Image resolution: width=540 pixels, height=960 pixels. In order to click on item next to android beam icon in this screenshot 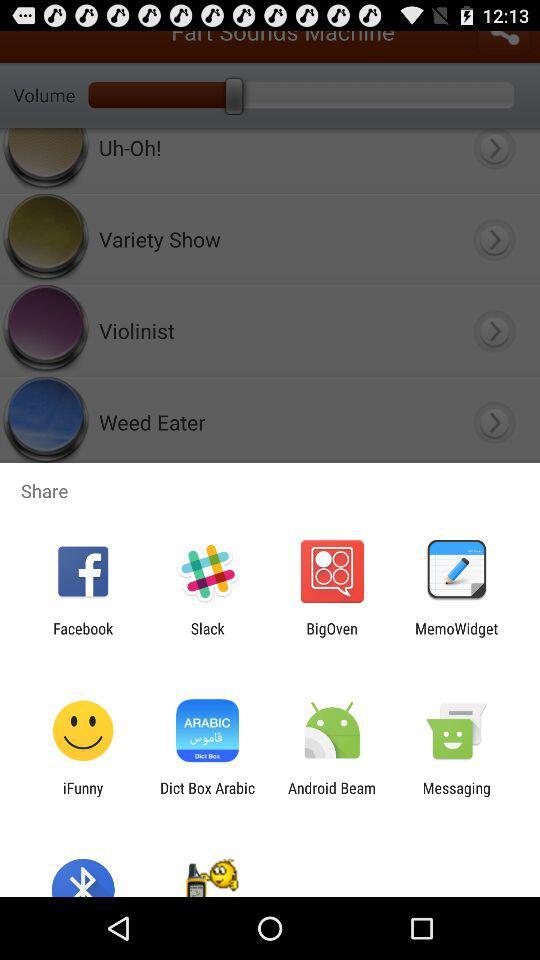, I will do `click(206, 796)`.